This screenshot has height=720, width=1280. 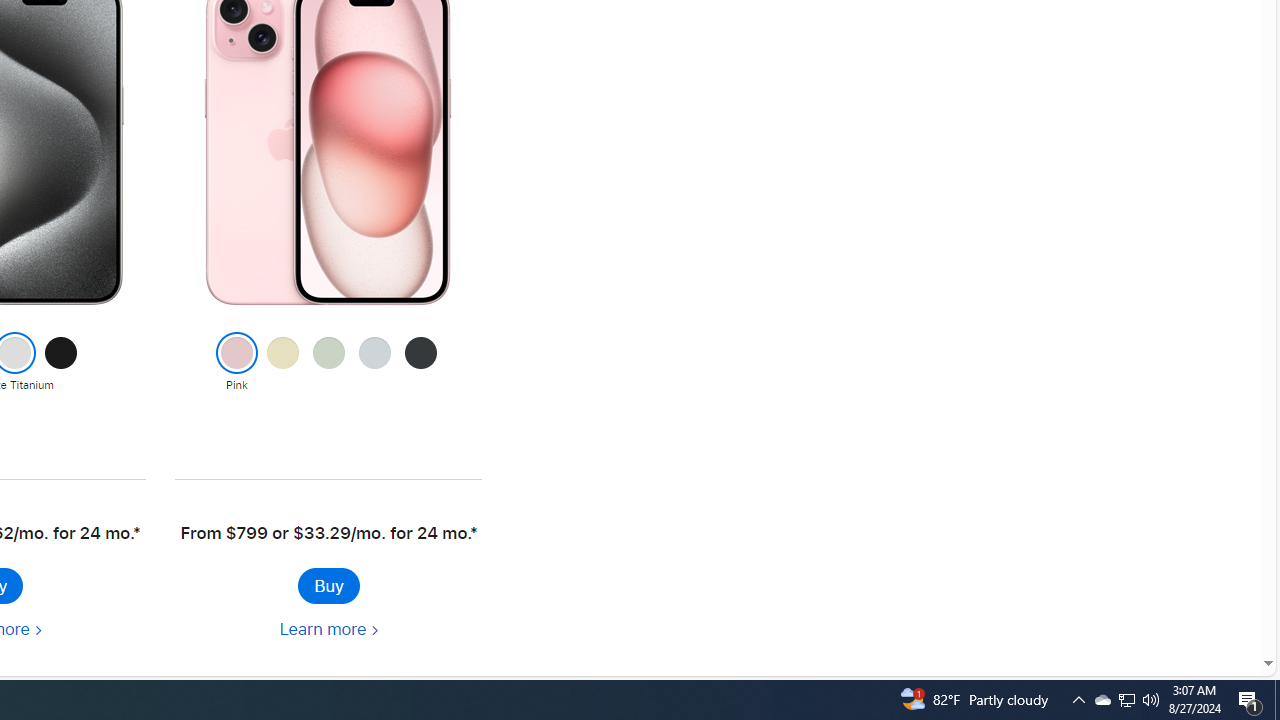 What do you see at coordinates (328, 628) in the screenshot?
I see `'Learn more about iPhone 15'` at bounding box center [328, 628].